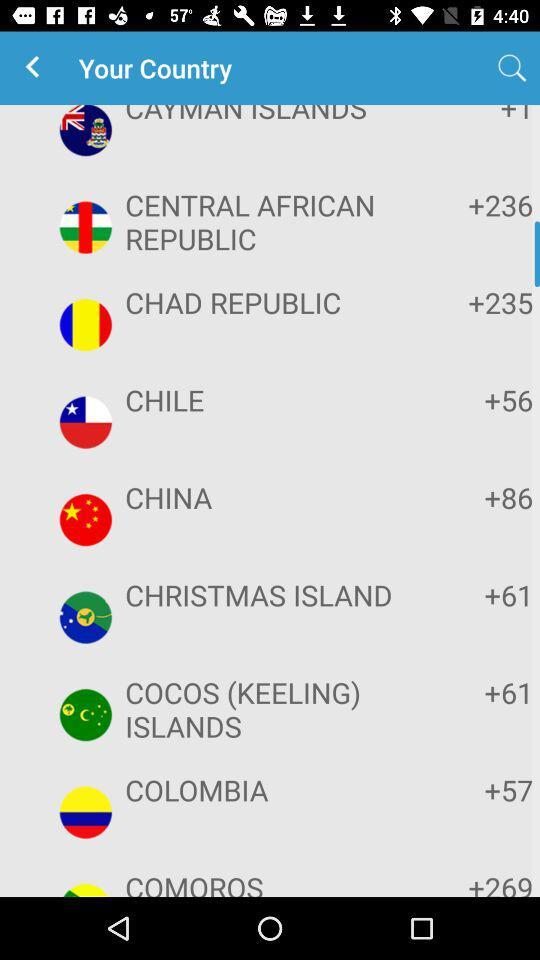  Describe the element at coordinates (267, 115) in the screenshot. I see `the app above the central african republic` at that location.